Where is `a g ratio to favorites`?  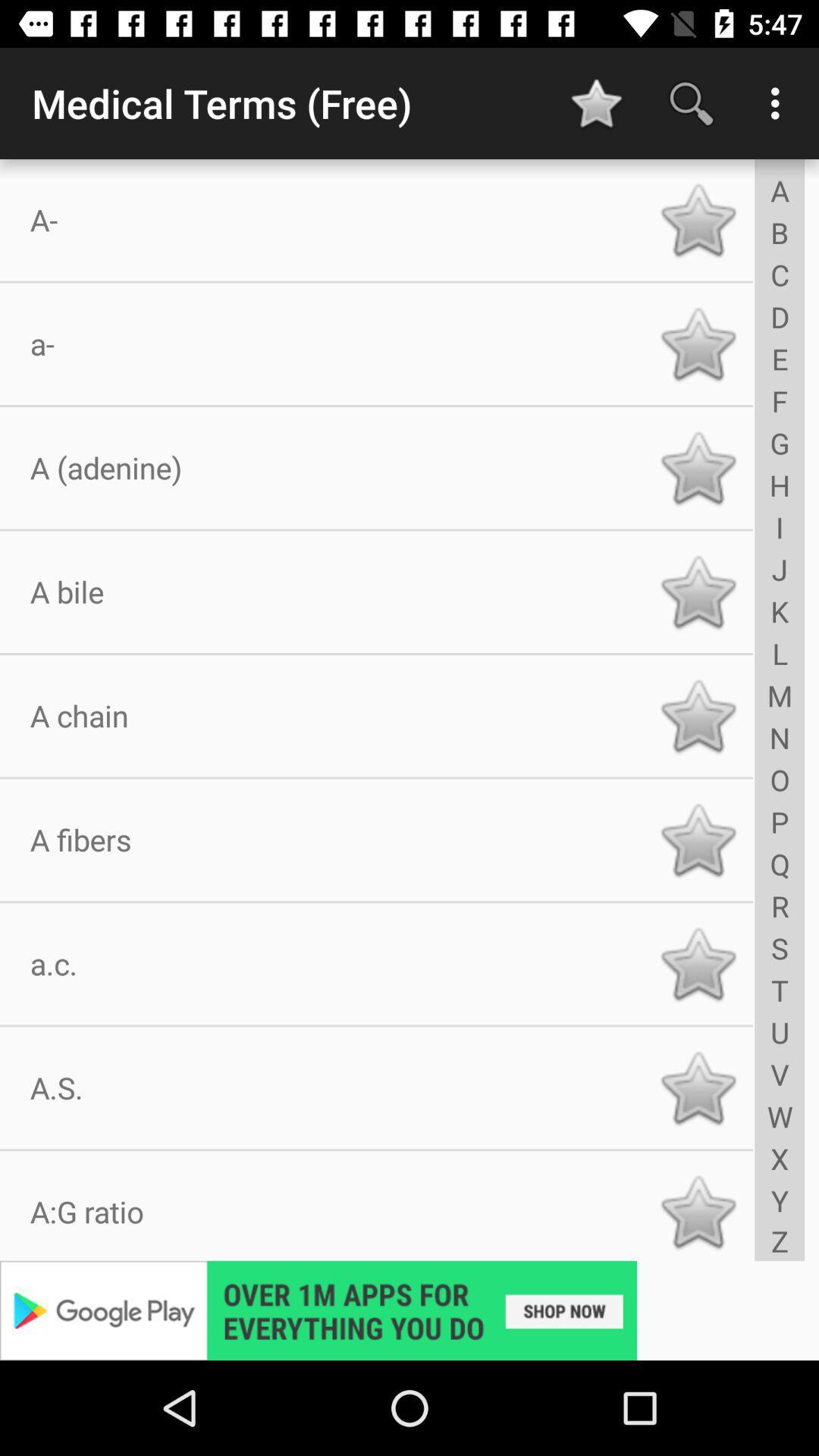 a g ratio to favorites is located at coordinates (698, 1211).